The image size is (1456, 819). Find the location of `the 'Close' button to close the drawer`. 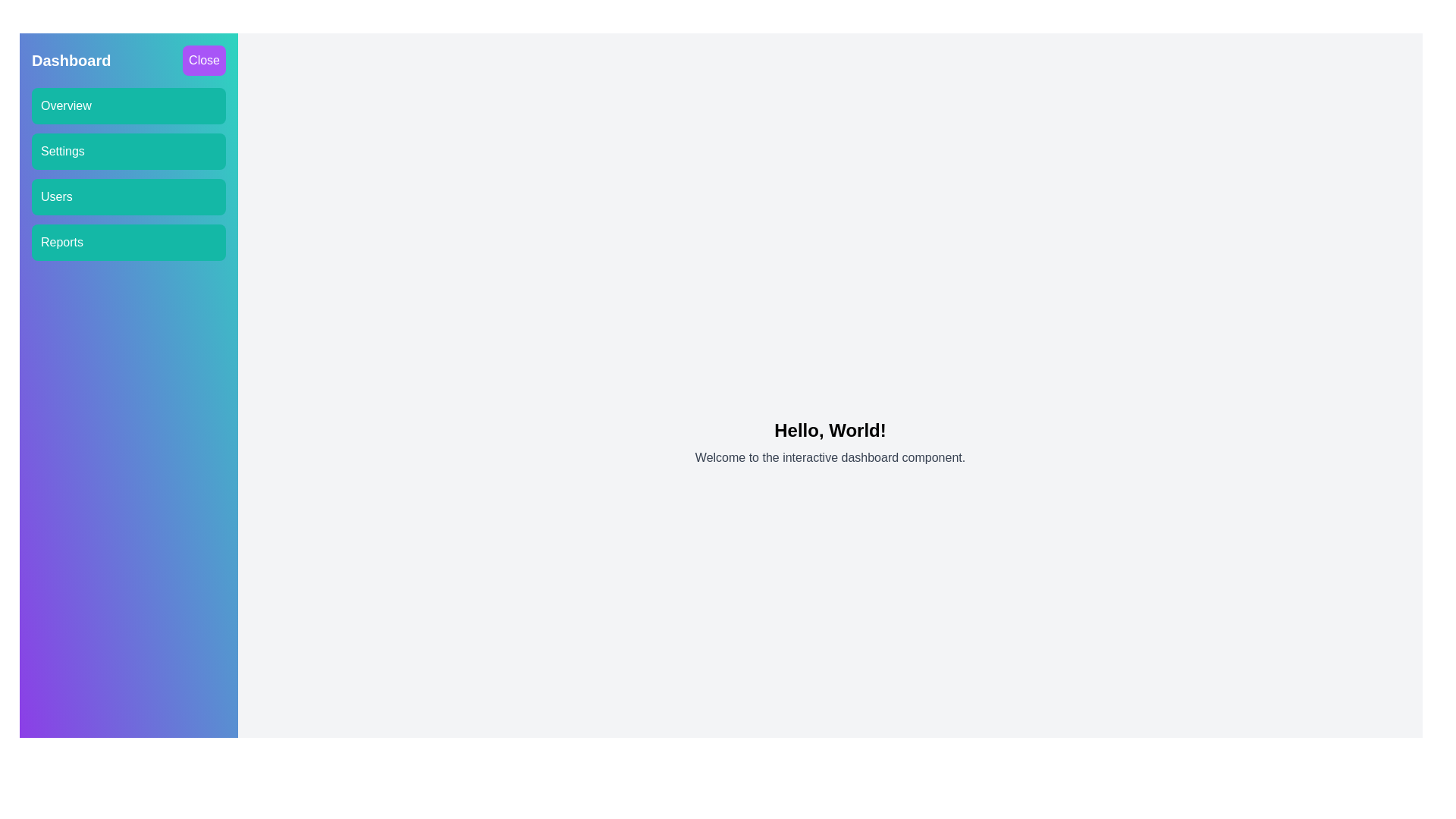

the 'Close' button to close the drawer is located at coordinates (202, 60).